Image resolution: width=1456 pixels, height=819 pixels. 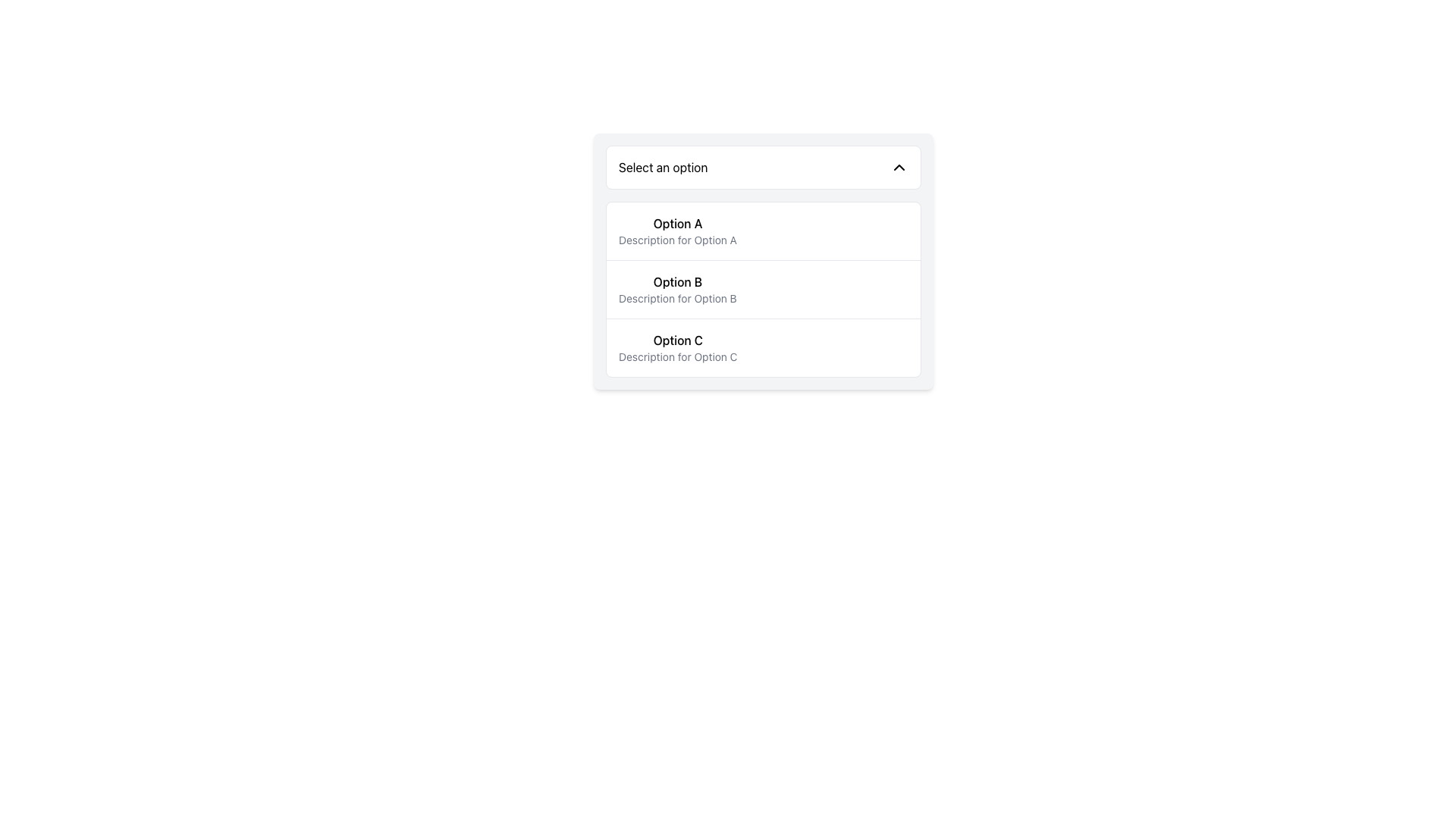 What do you see at coordinates (677, 348) in the screenshot?
I see `the clickable list item titled 'Option C' in the dropdown menu` at bounding box center [677, 348].